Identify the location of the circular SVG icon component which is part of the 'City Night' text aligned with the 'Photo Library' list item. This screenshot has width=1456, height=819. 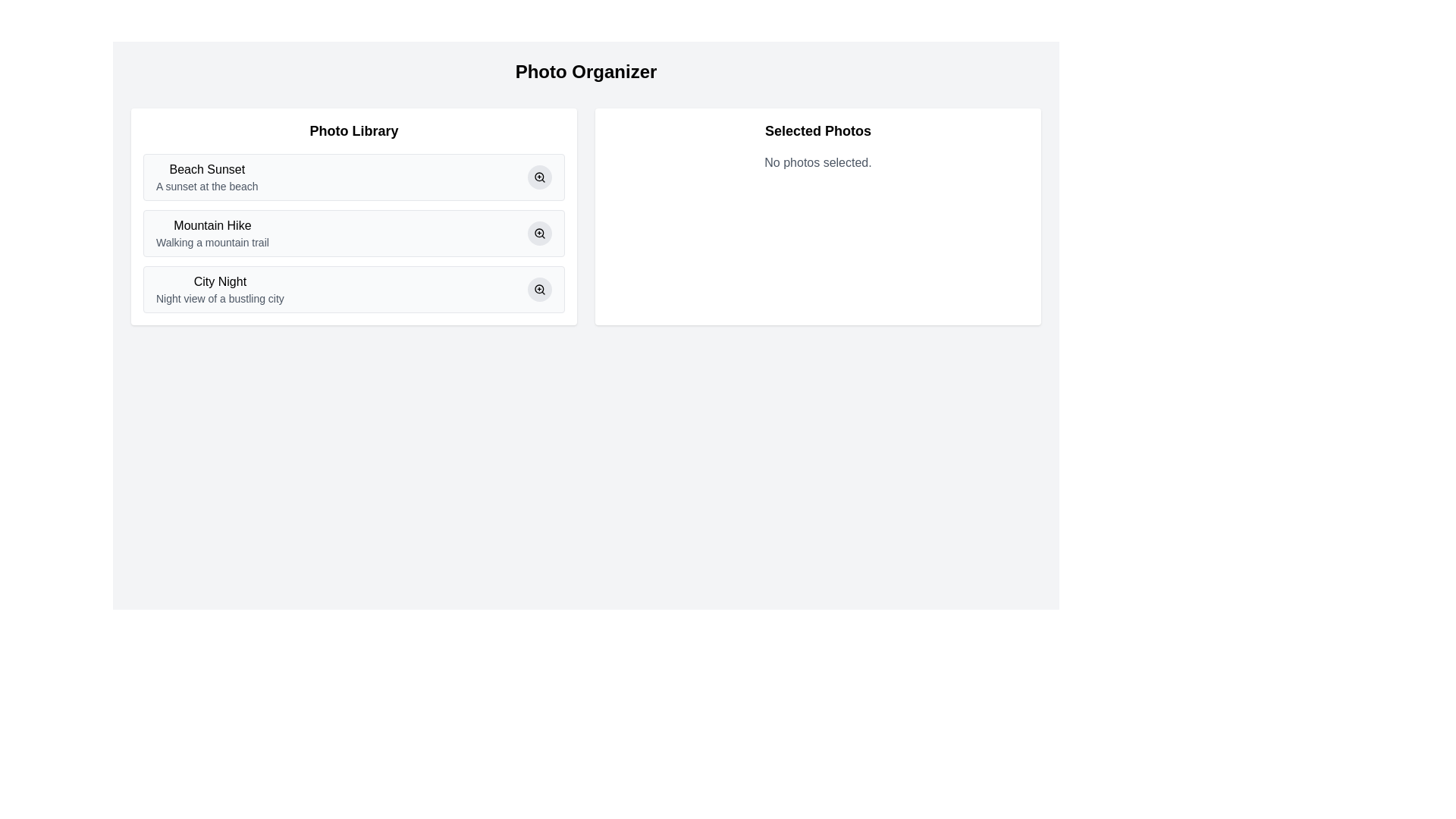
(539, 289).